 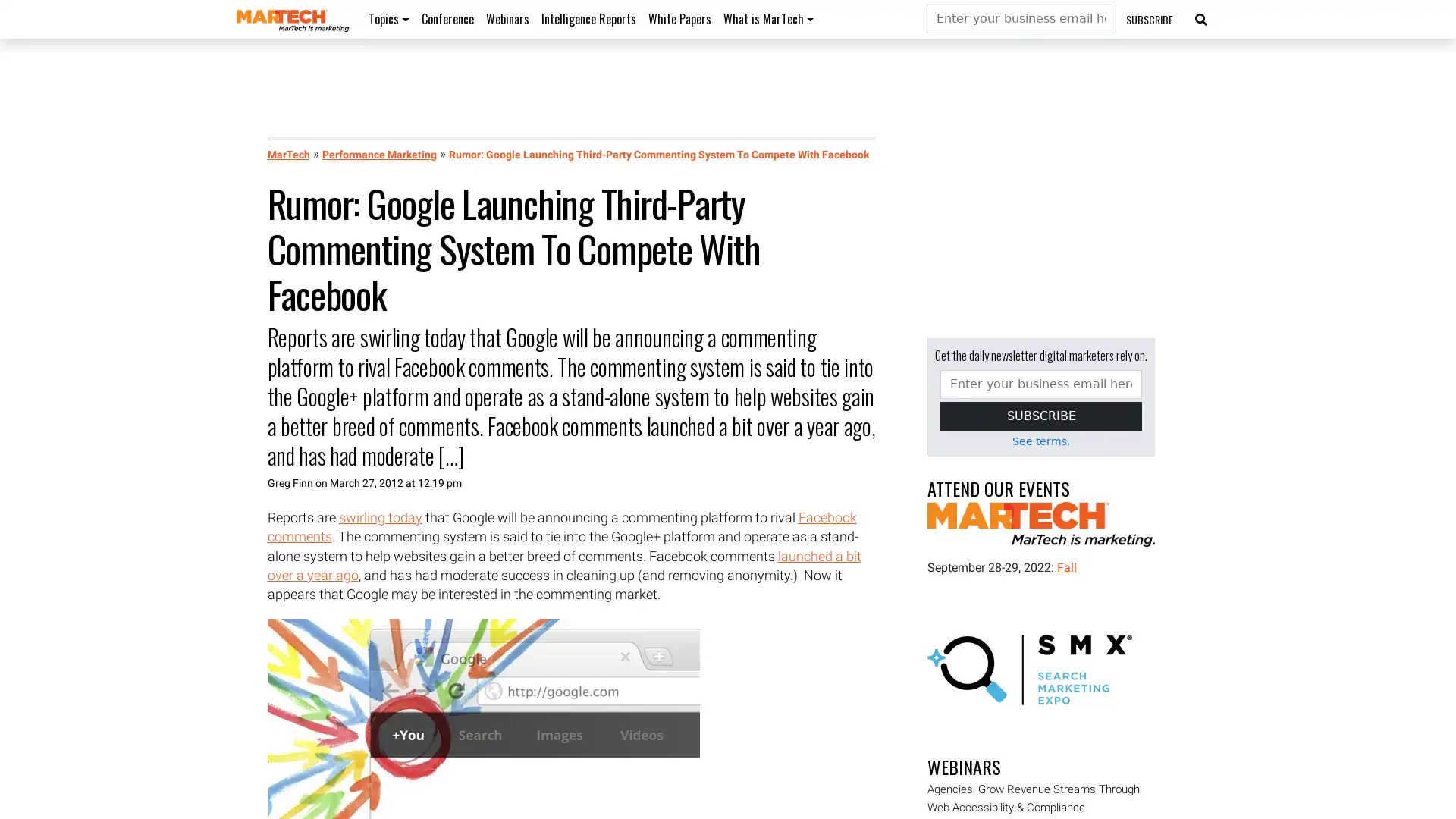 I want to click on SUBSCRIBE, so click(x=1040, y=415).